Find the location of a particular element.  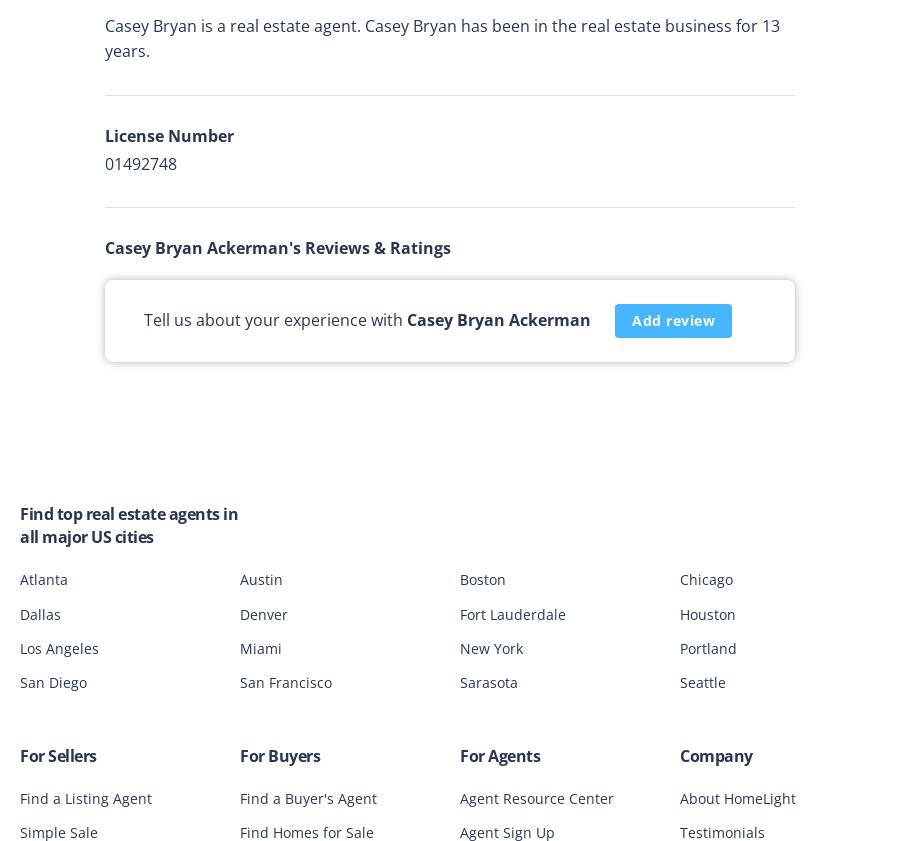

'Find a Buyer's Agent' is located at coordinates (307, 797).